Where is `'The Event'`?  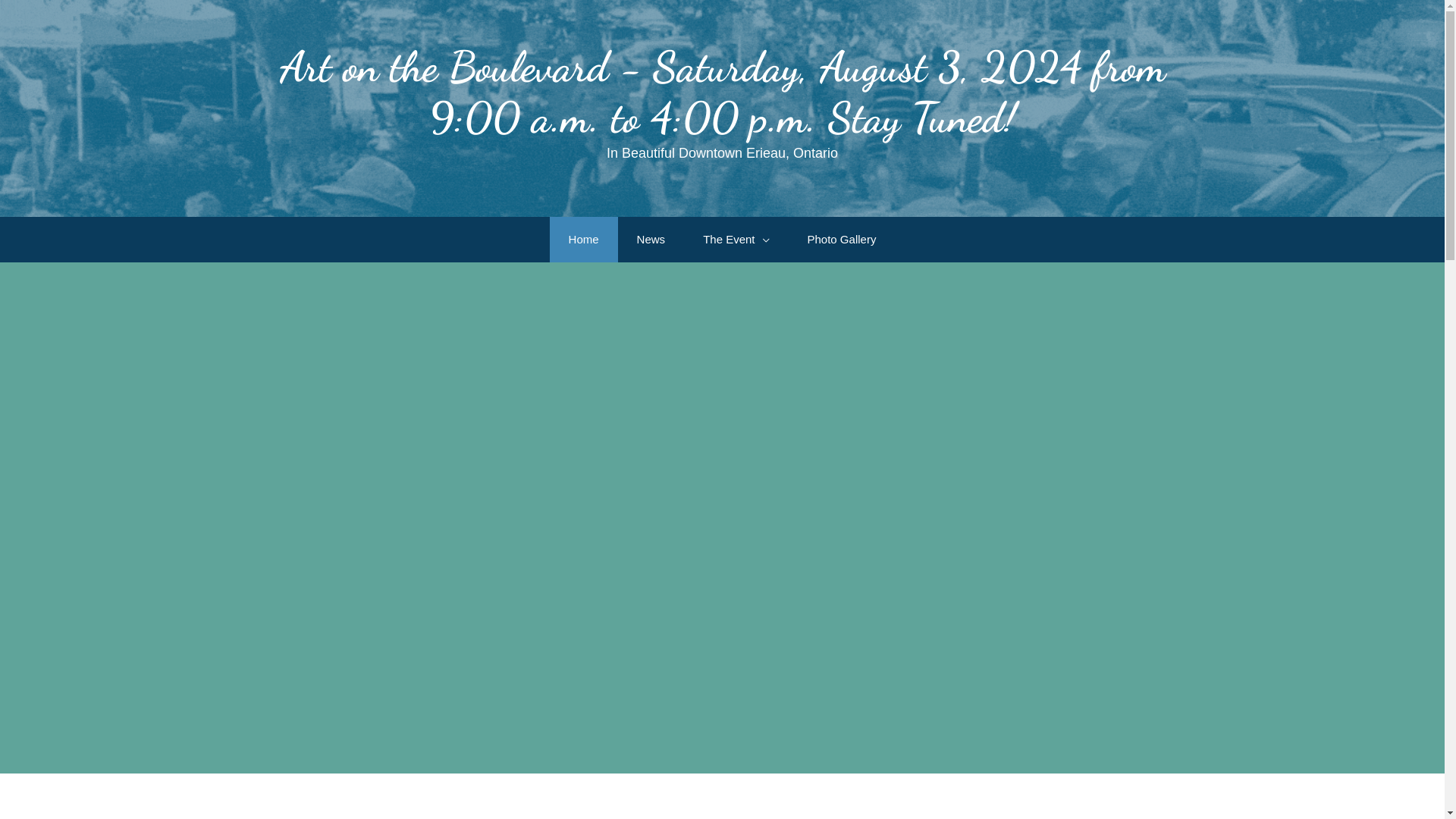
'The Event' is located at coordinates (683, 239).